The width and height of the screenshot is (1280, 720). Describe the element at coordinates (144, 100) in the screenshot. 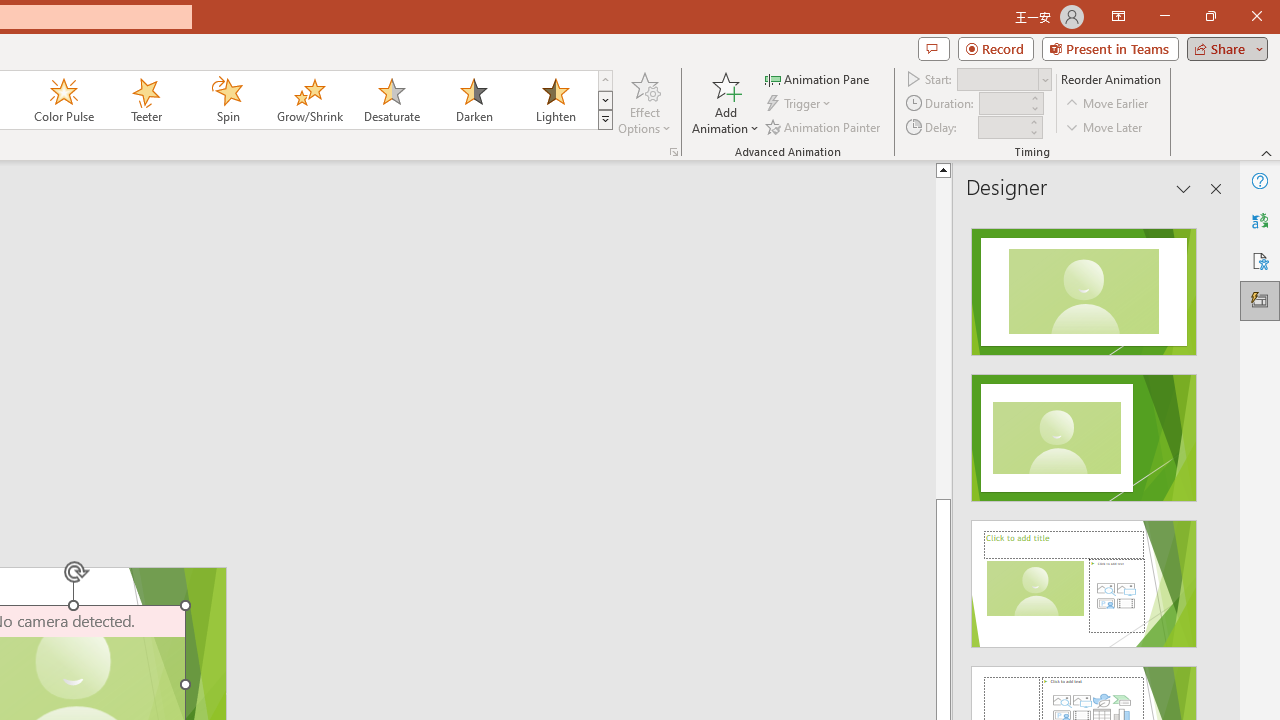

I see `'Teeter'` at that location.